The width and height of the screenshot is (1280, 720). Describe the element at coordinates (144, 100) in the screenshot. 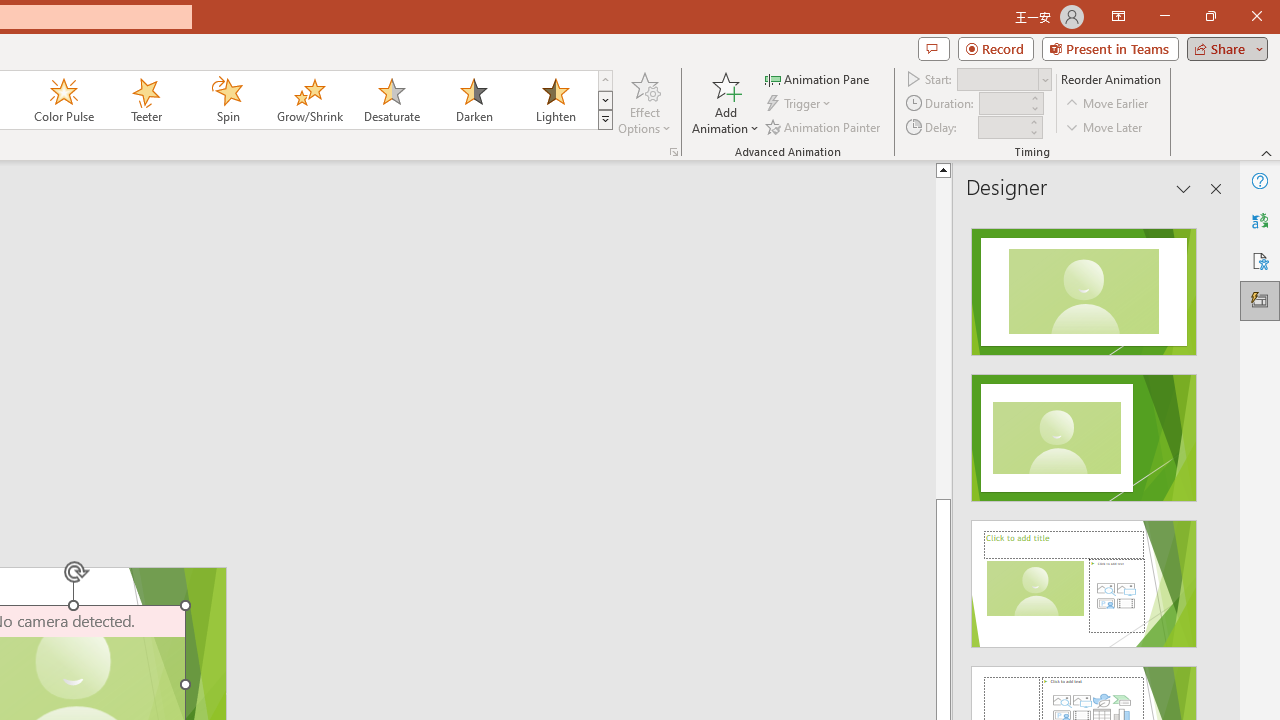

I see `'Teeter'` at that location.